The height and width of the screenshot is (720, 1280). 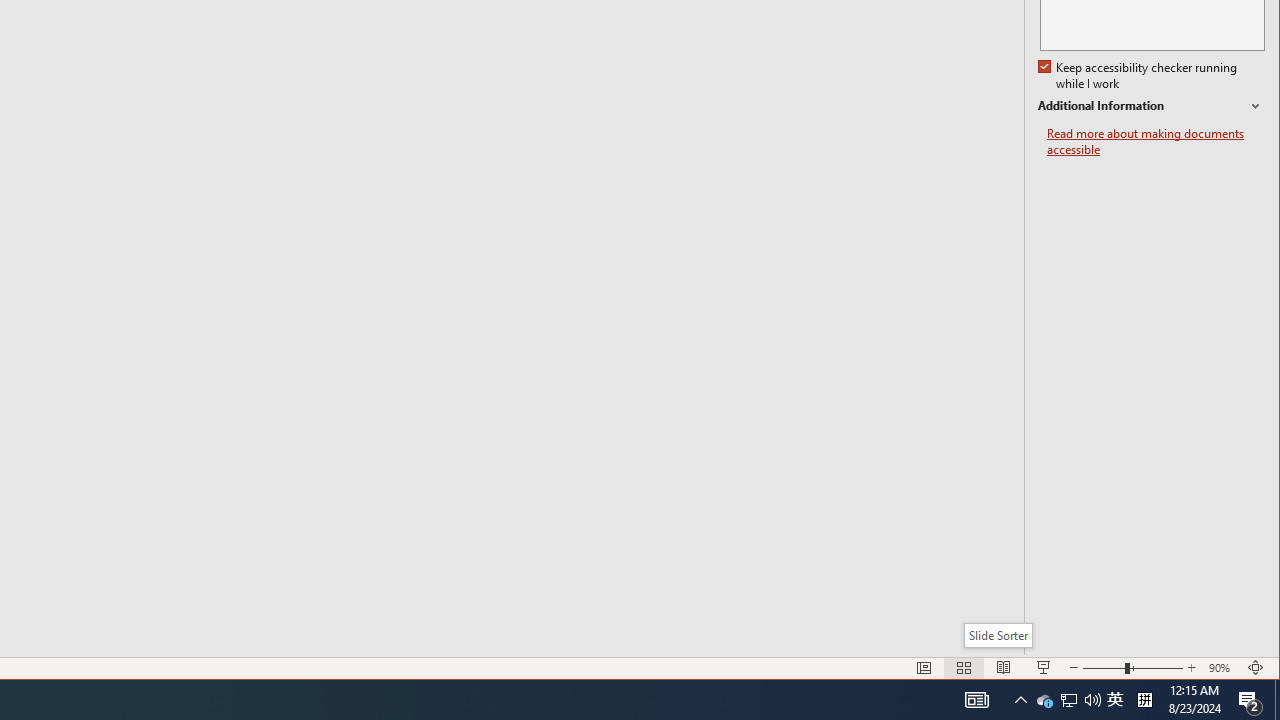 I want to click on 'Show desktop', so click(x=1276, y=698).